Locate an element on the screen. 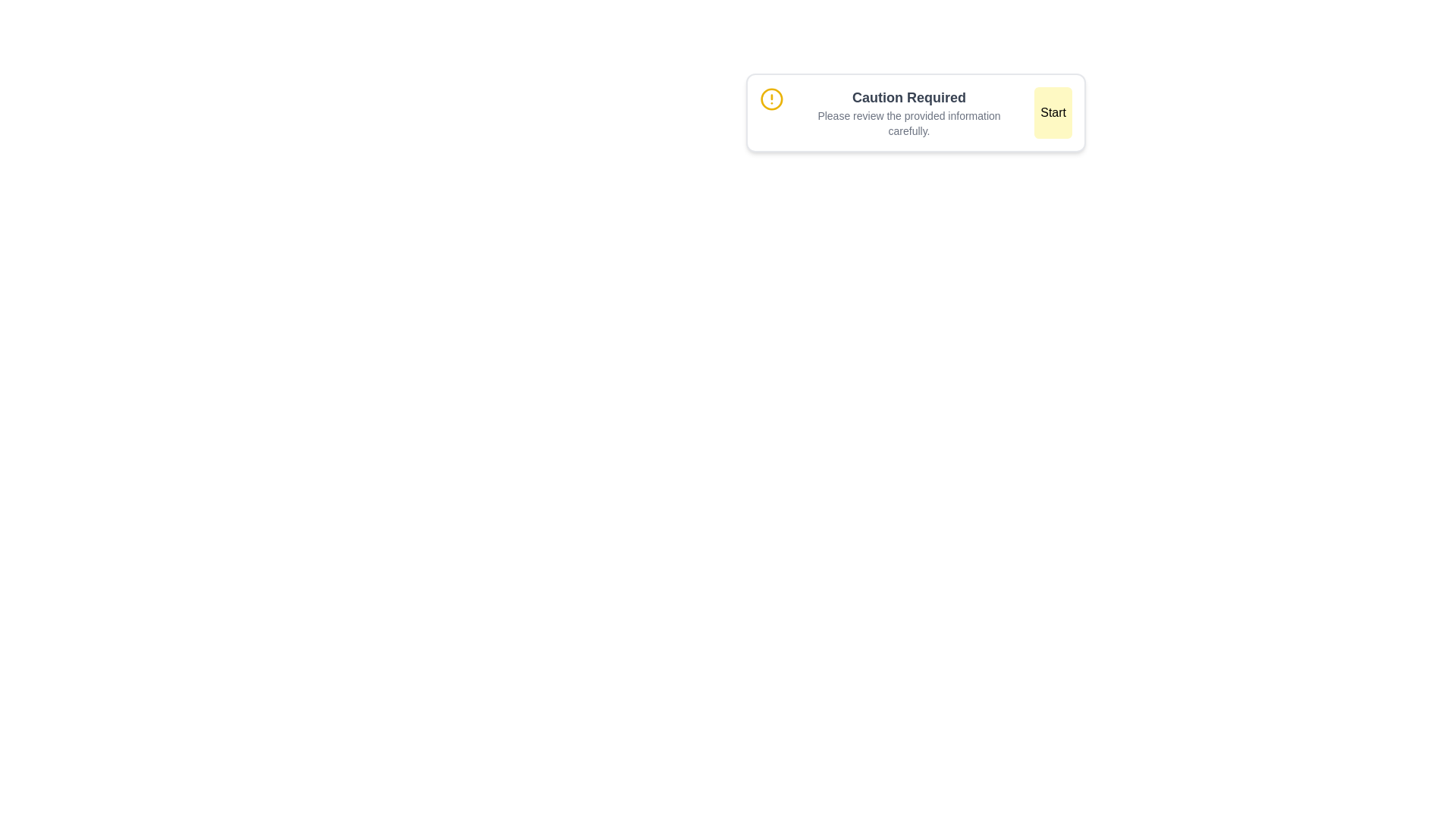 Image resolution: width=1456 pixels, height=819 pixels. the circular warning symbol with a yellow ring and an exclamation mark to gain more information is located at coordinates (771, 99).